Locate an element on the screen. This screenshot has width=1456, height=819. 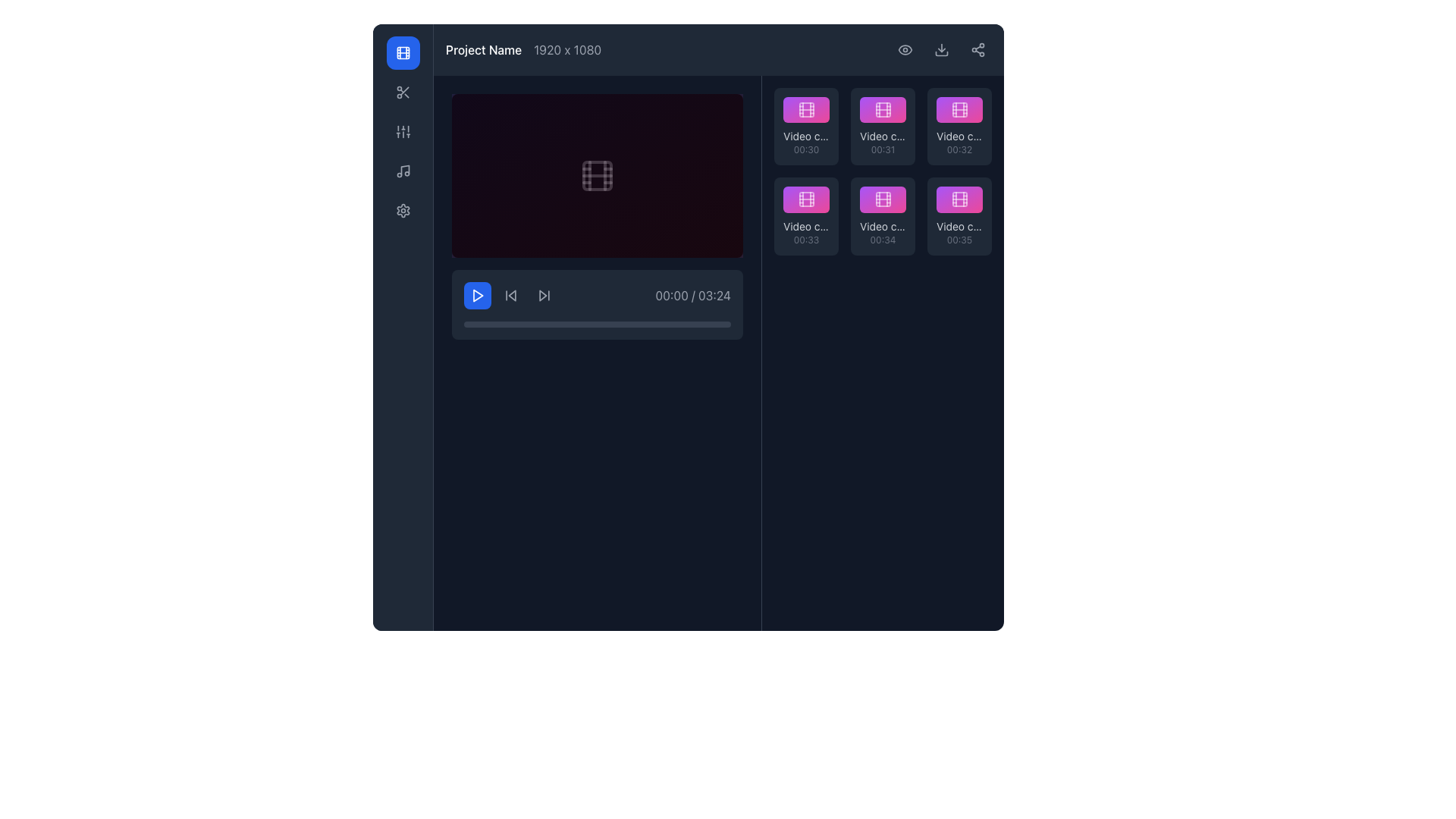
the play button icon located within a blue circular button on the left side of the media control bar is located at coordinates (476, 295).